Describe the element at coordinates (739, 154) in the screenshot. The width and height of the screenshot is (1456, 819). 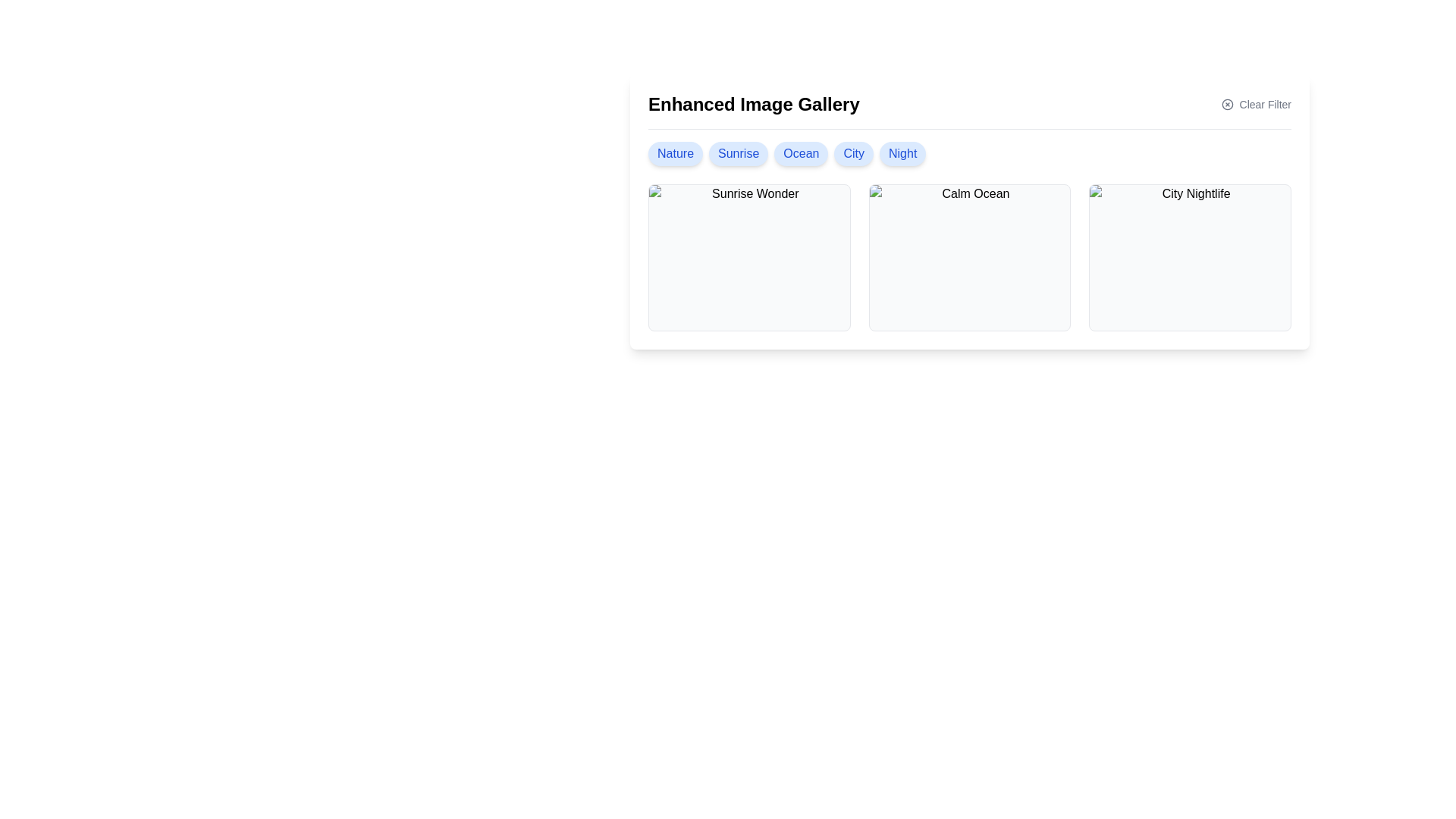
I see `the rounded light blue button labeled 'Sunrise'` at that location.